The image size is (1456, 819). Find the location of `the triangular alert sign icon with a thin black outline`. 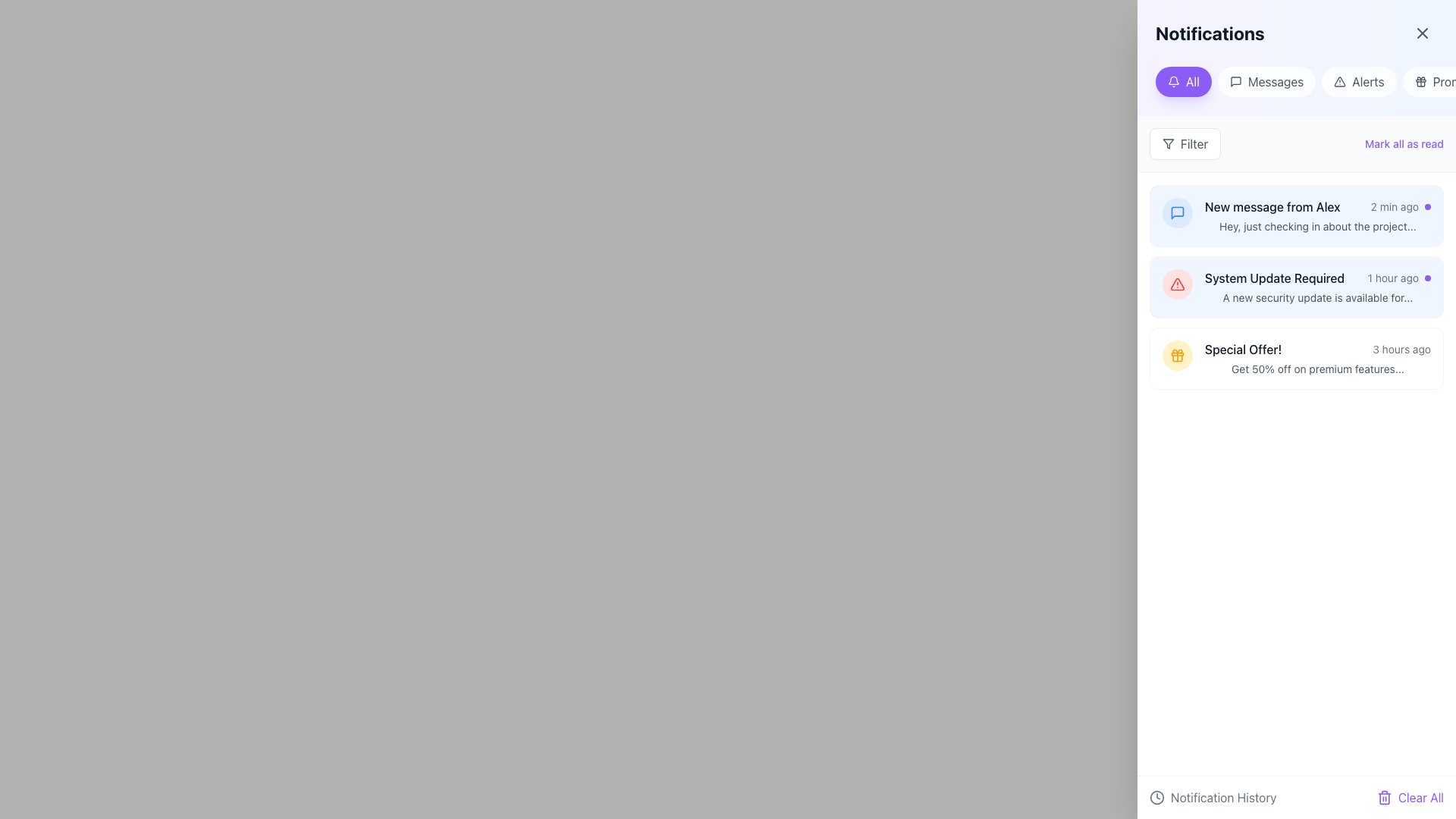

the triangular alert sign icon with a thin black outline is located at coordinates (1340, 82).